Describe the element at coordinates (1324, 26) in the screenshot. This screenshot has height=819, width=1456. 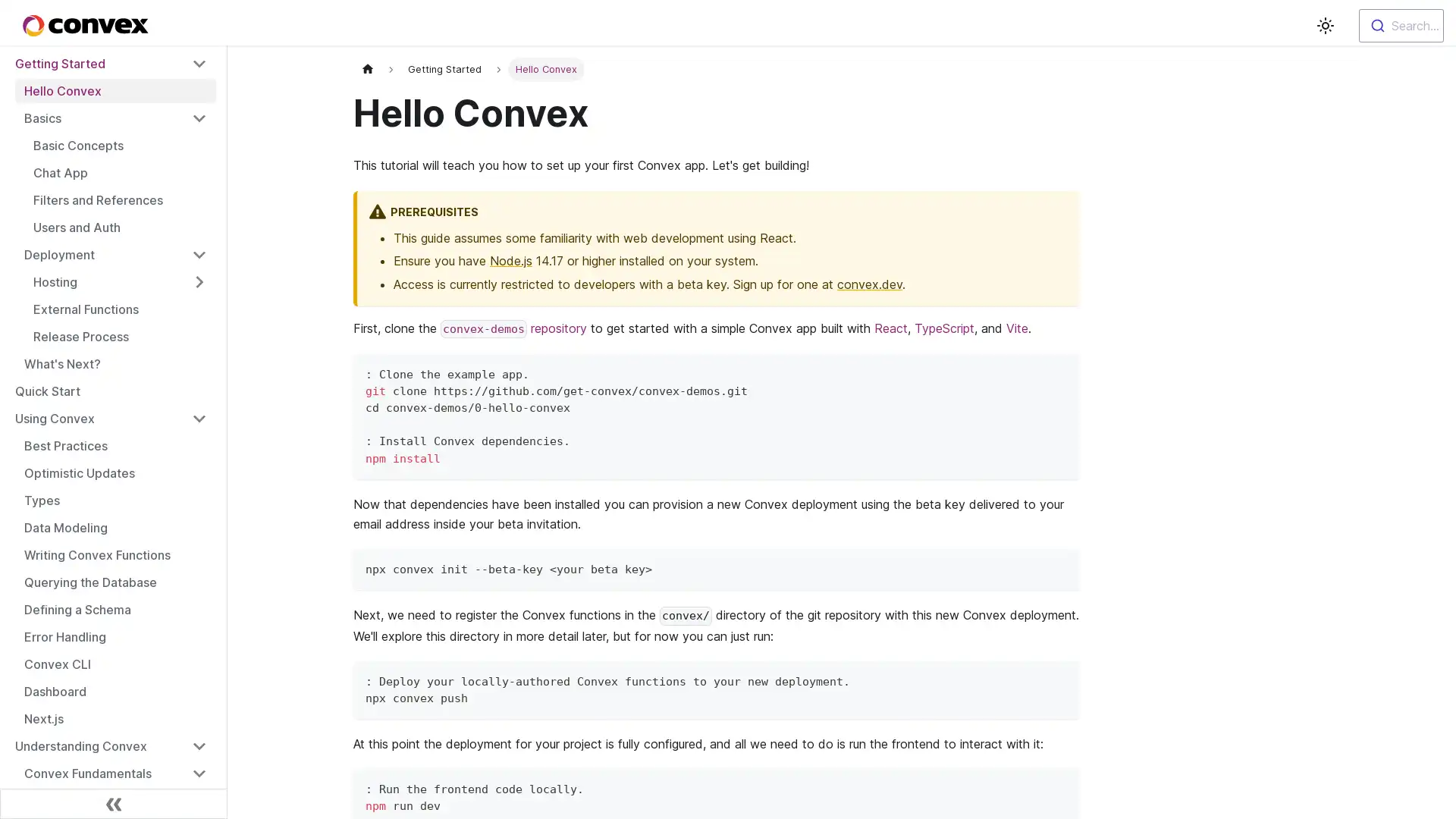
I see `Switch between dark and light mode (currently light mode)` at that location.